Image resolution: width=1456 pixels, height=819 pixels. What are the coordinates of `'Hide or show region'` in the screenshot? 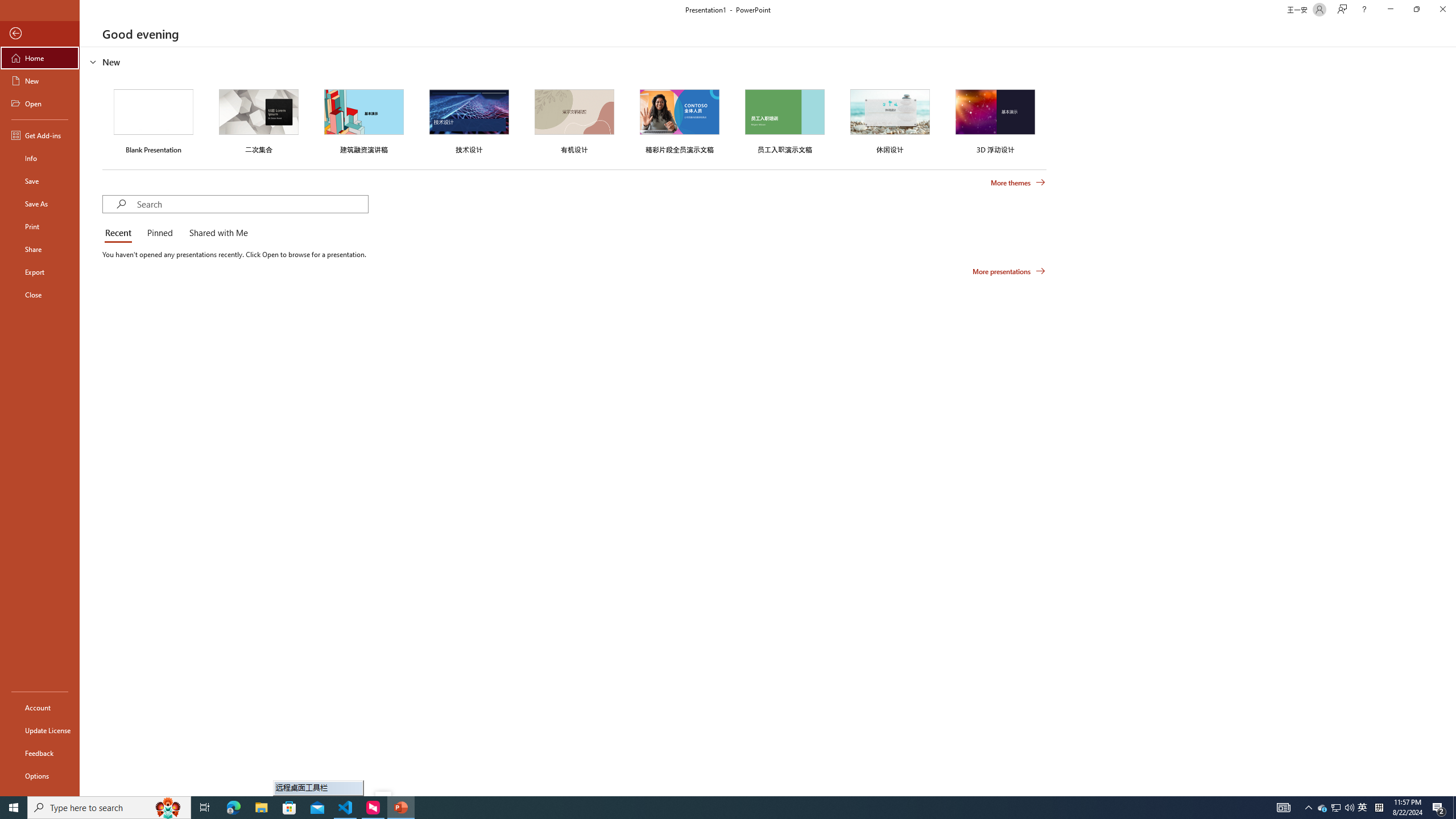 It's located at (93, 61).